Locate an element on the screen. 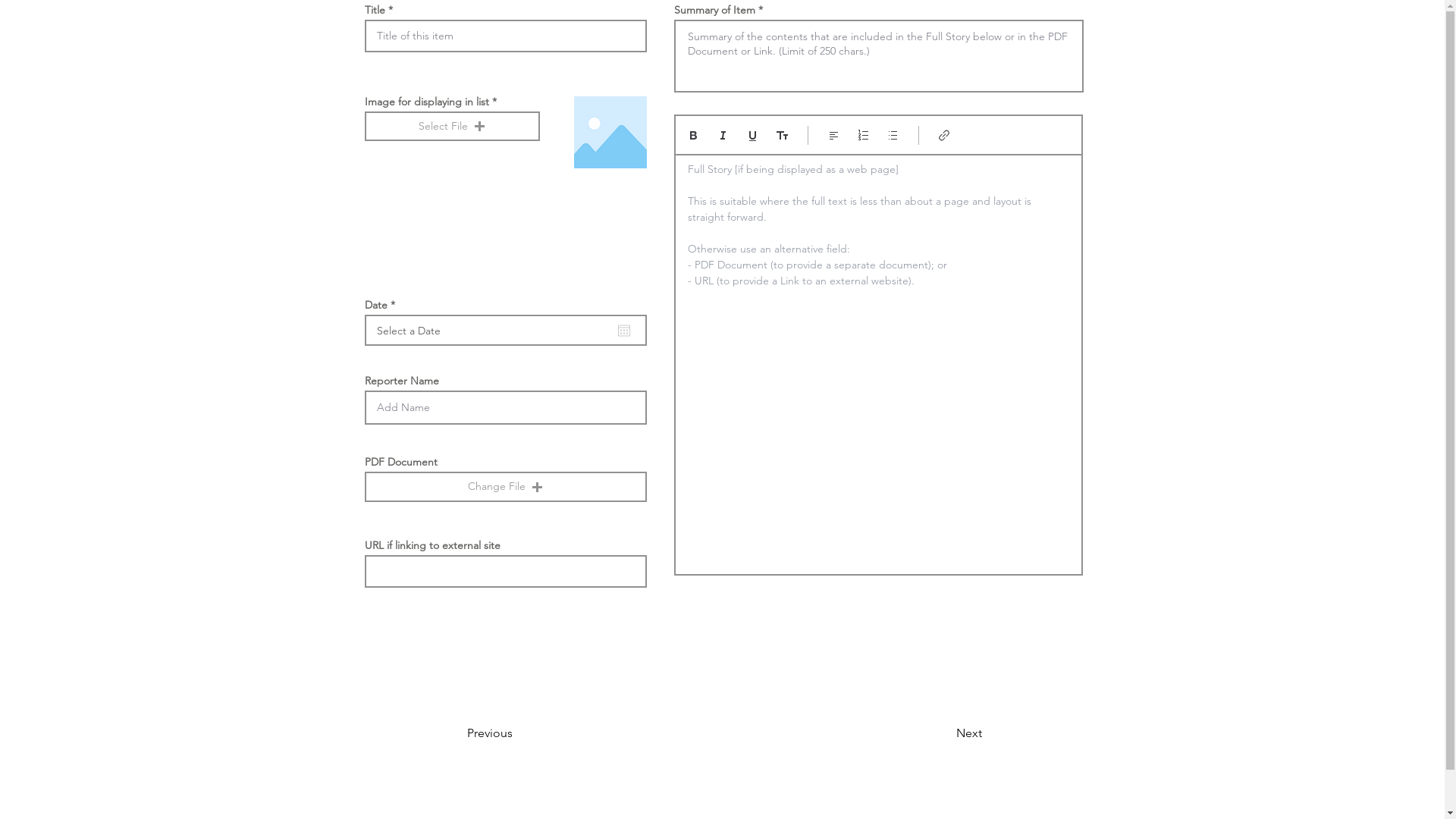  'Previous' is located at coordinates (466, 733).